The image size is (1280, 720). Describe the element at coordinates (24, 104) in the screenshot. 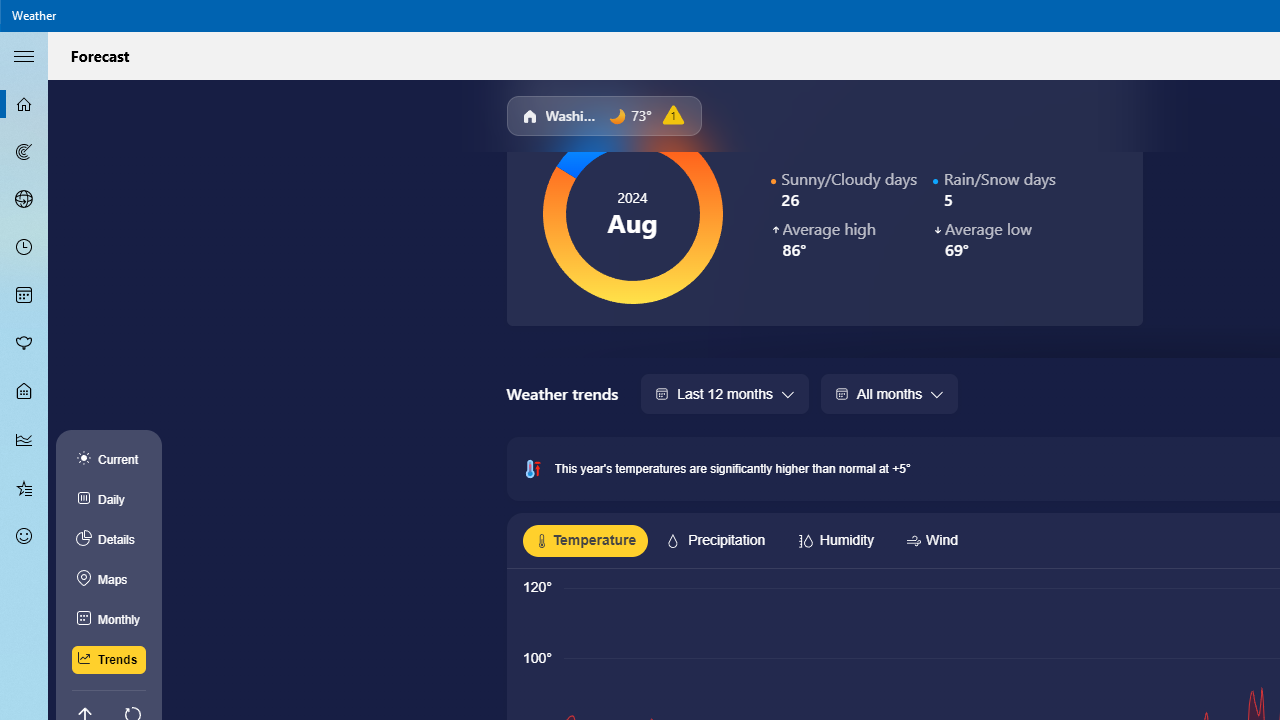

I see `'Forecast - Not Selected'` at that location.